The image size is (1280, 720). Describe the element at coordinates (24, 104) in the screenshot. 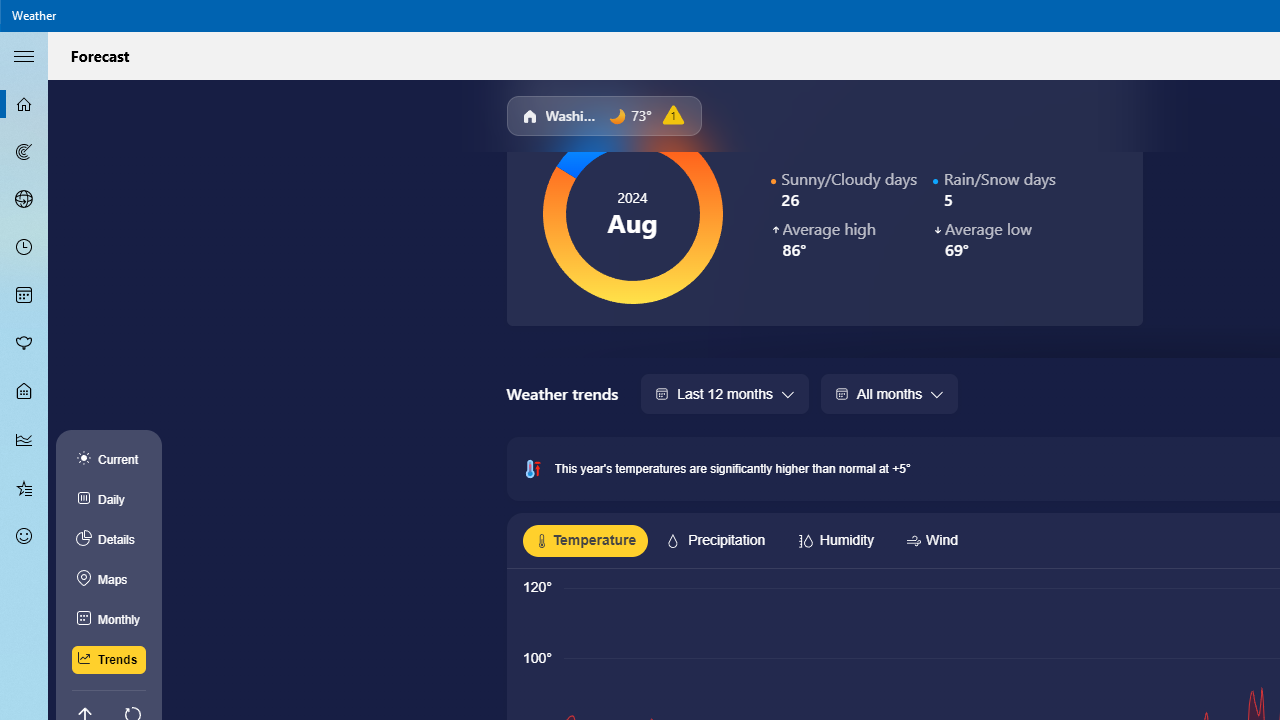

I see `'Forecast - Not Selected'` at that location.